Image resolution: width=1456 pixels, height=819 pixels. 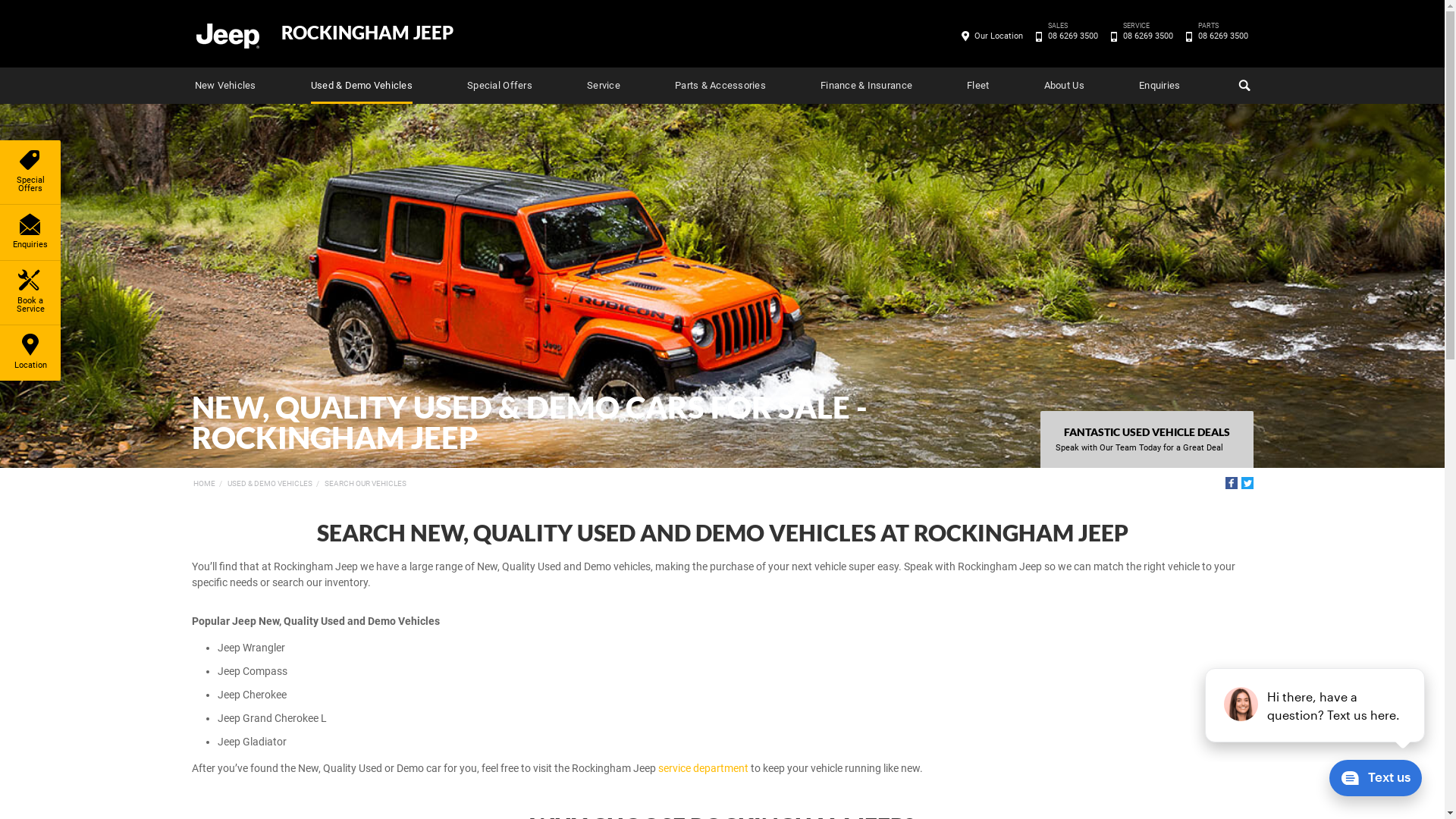 I want to click on 'PARTS, so click(x=1191, y=35).